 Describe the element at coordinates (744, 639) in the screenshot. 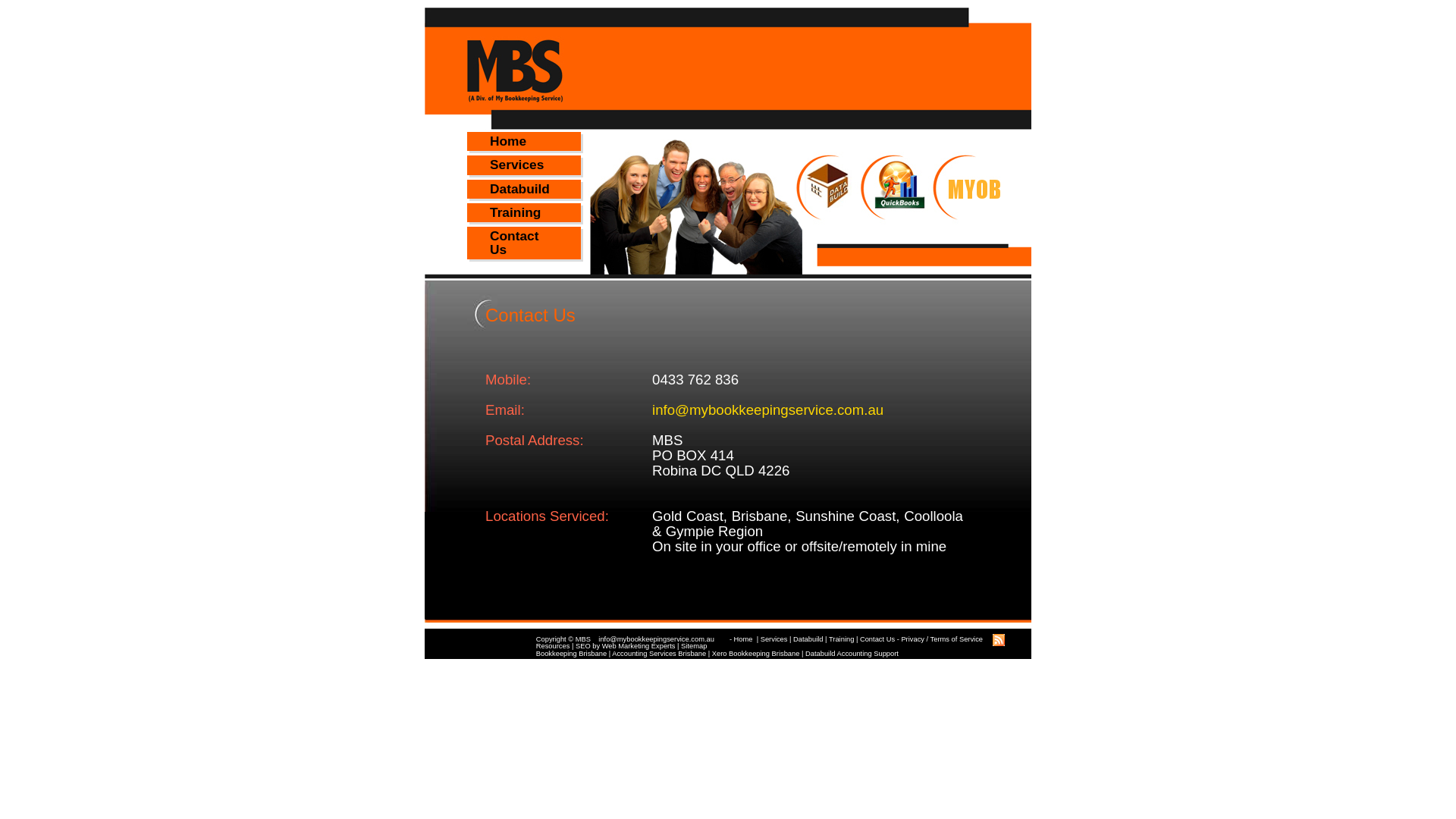

I see `'Home'` at that location.